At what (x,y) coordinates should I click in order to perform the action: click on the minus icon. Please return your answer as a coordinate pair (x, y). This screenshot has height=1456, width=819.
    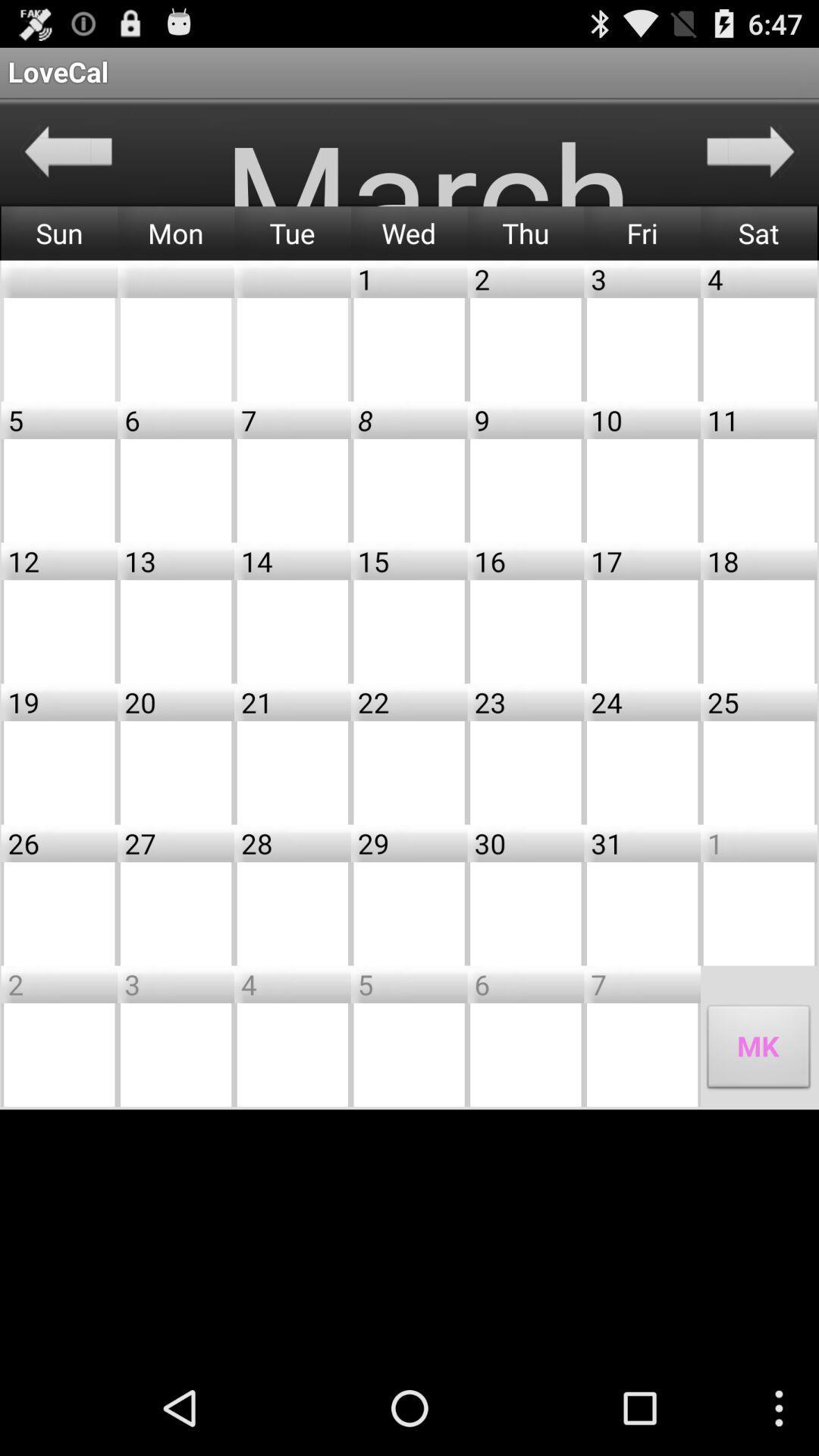
    Looking at the image, I should click on (292, 675).